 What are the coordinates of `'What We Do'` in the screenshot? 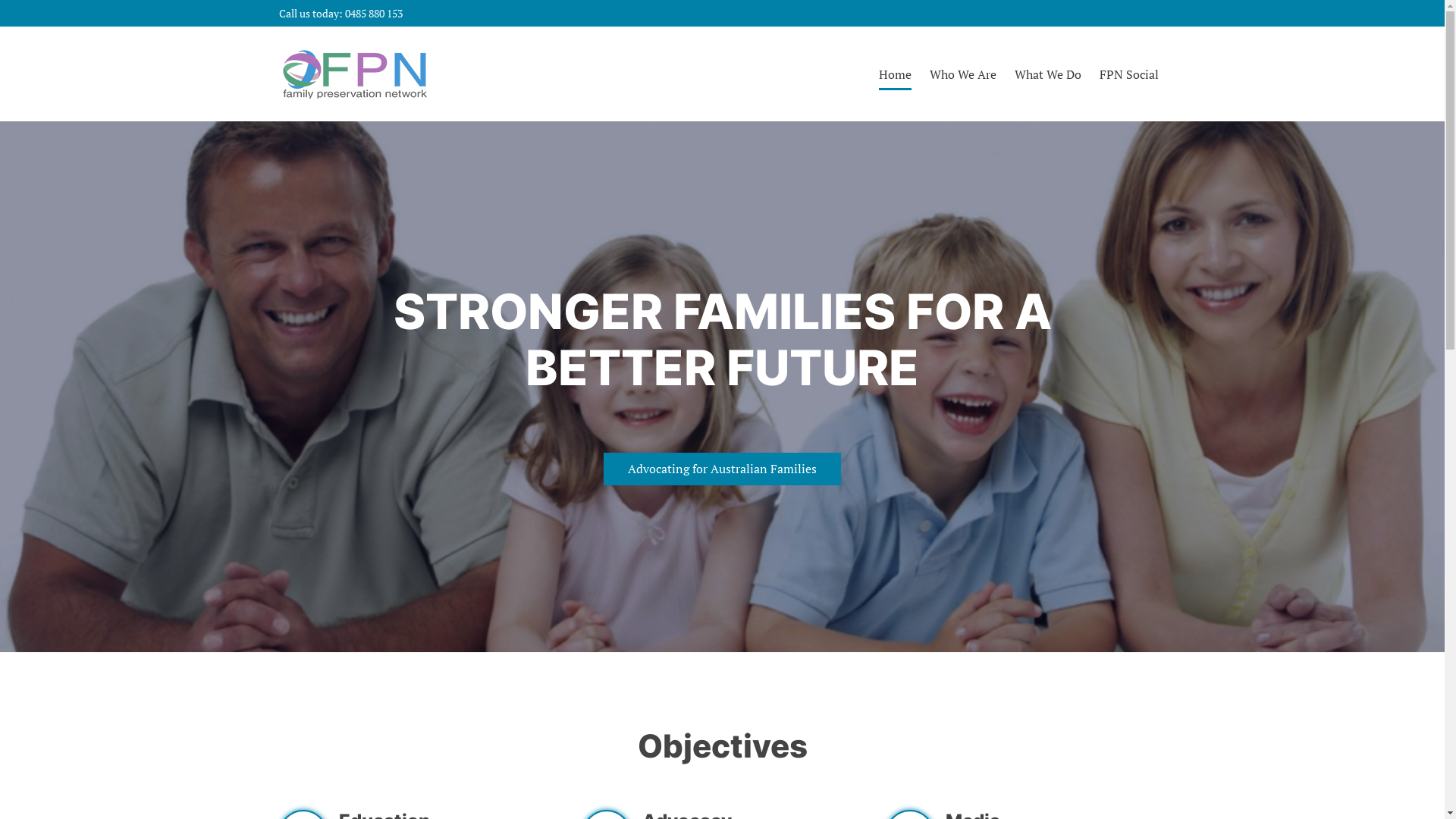 It's located at (1015, 73).